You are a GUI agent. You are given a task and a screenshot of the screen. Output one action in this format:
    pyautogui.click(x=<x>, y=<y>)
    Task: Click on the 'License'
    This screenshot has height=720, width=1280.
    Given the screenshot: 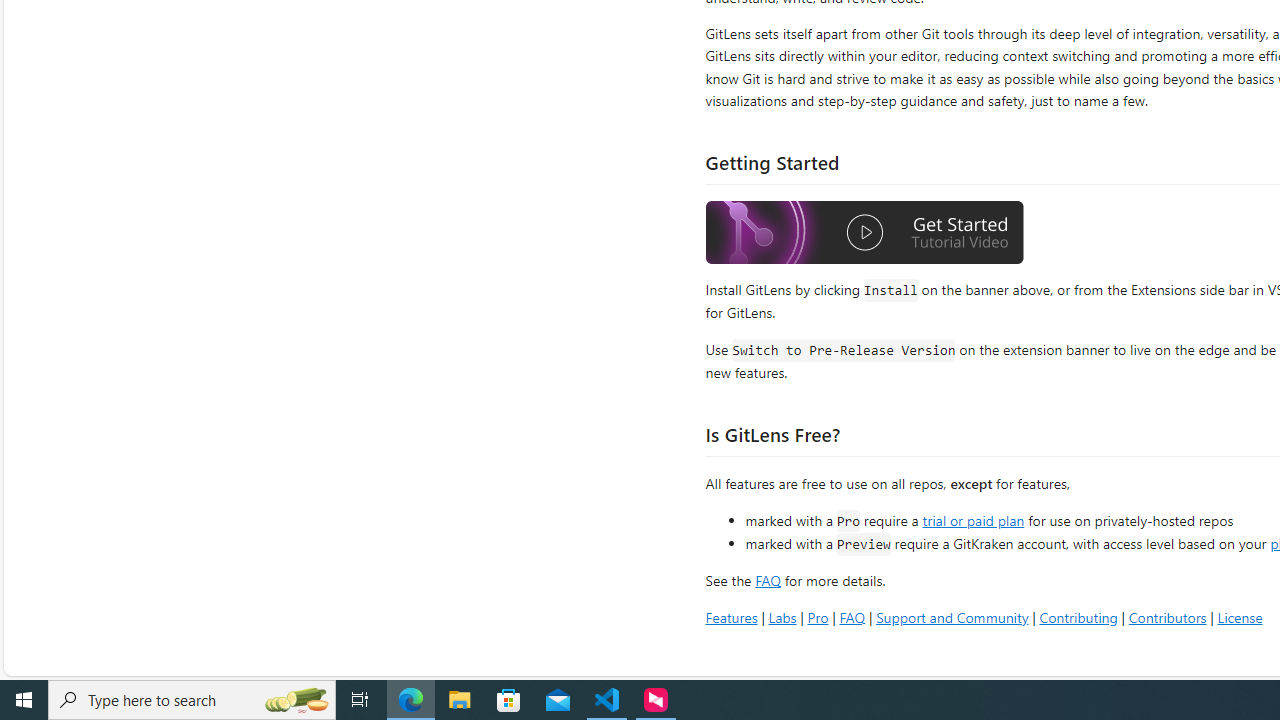 What is the action you would take?
    pyautogui.click(x=1239, y=616)
    